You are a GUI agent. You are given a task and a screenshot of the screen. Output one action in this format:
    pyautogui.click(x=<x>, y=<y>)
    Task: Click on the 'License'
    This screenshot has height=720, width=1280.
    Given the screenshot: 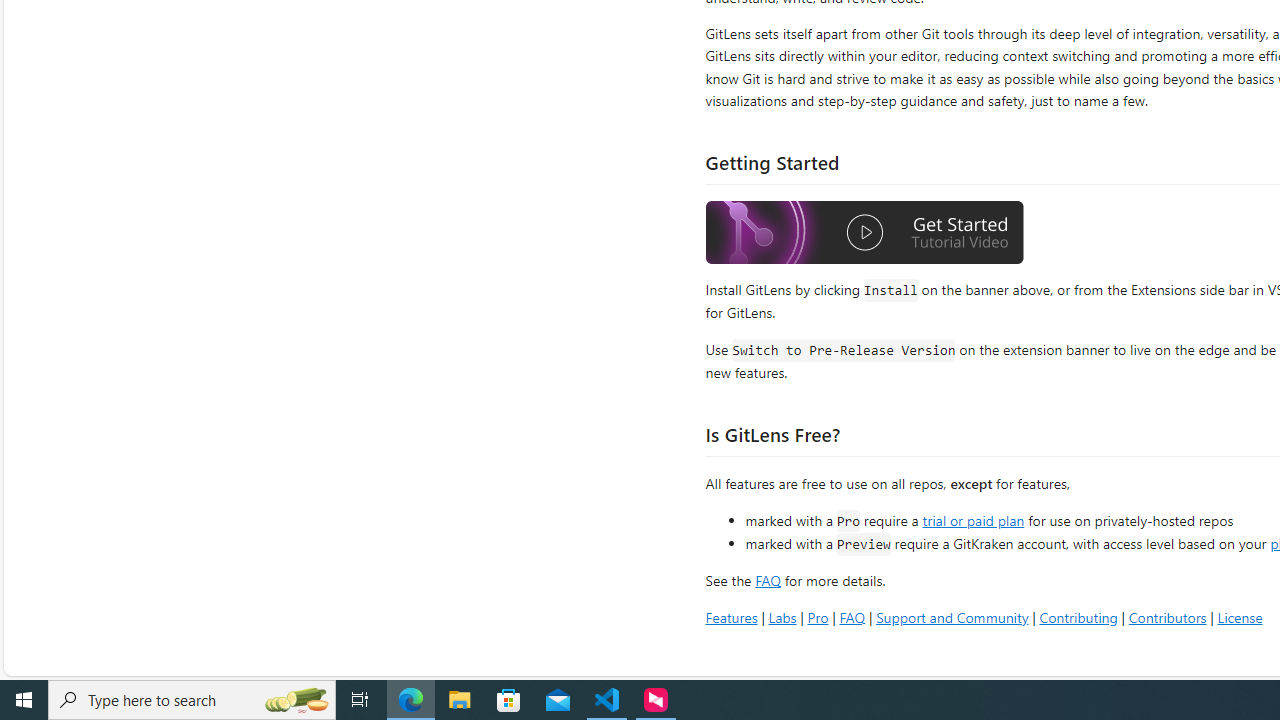 What is the action you would take?
    pyautogui.click(x=1239, y=616)
    